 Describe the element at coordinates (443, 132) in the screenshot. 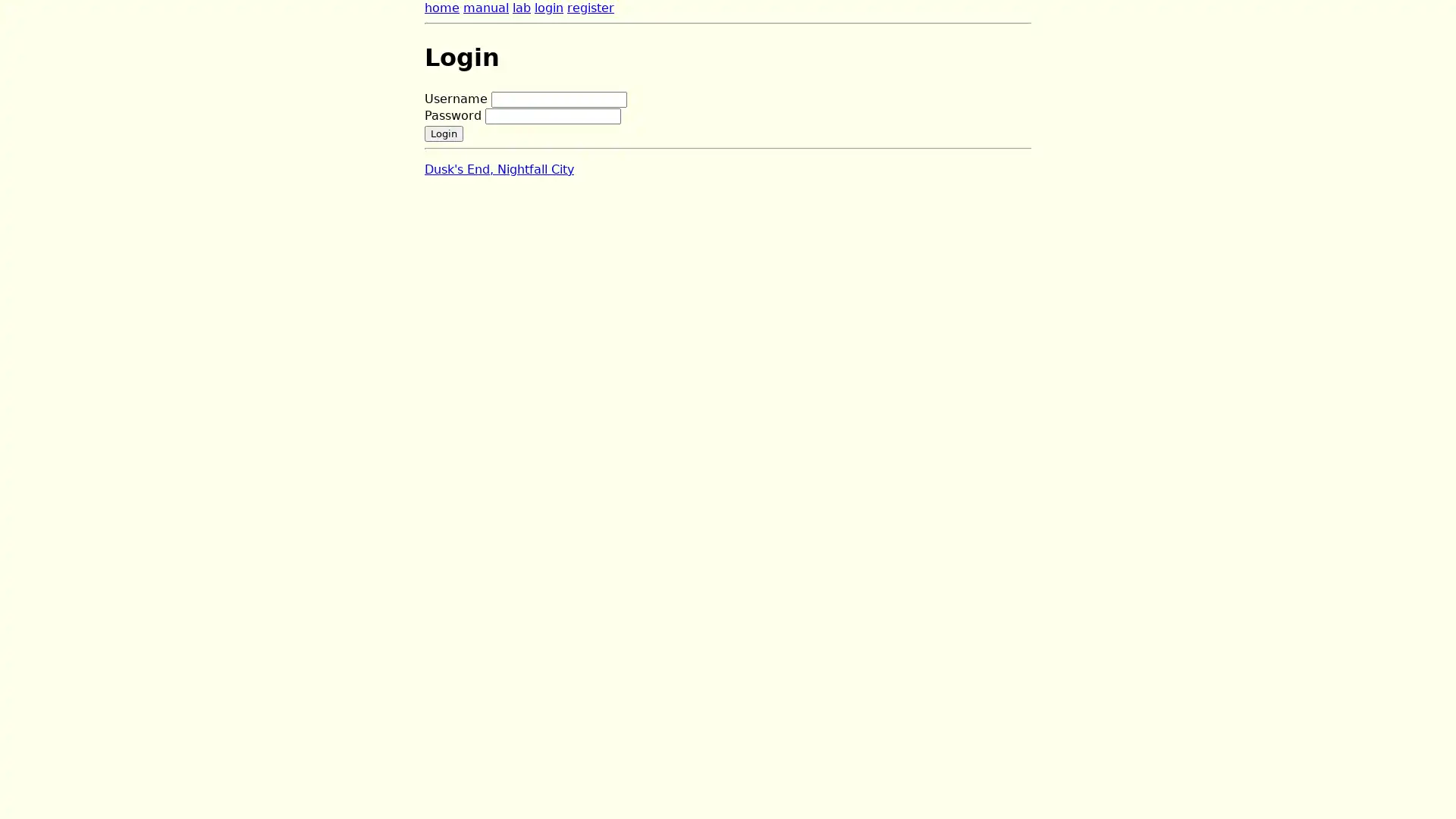

I see `Login` at that location.